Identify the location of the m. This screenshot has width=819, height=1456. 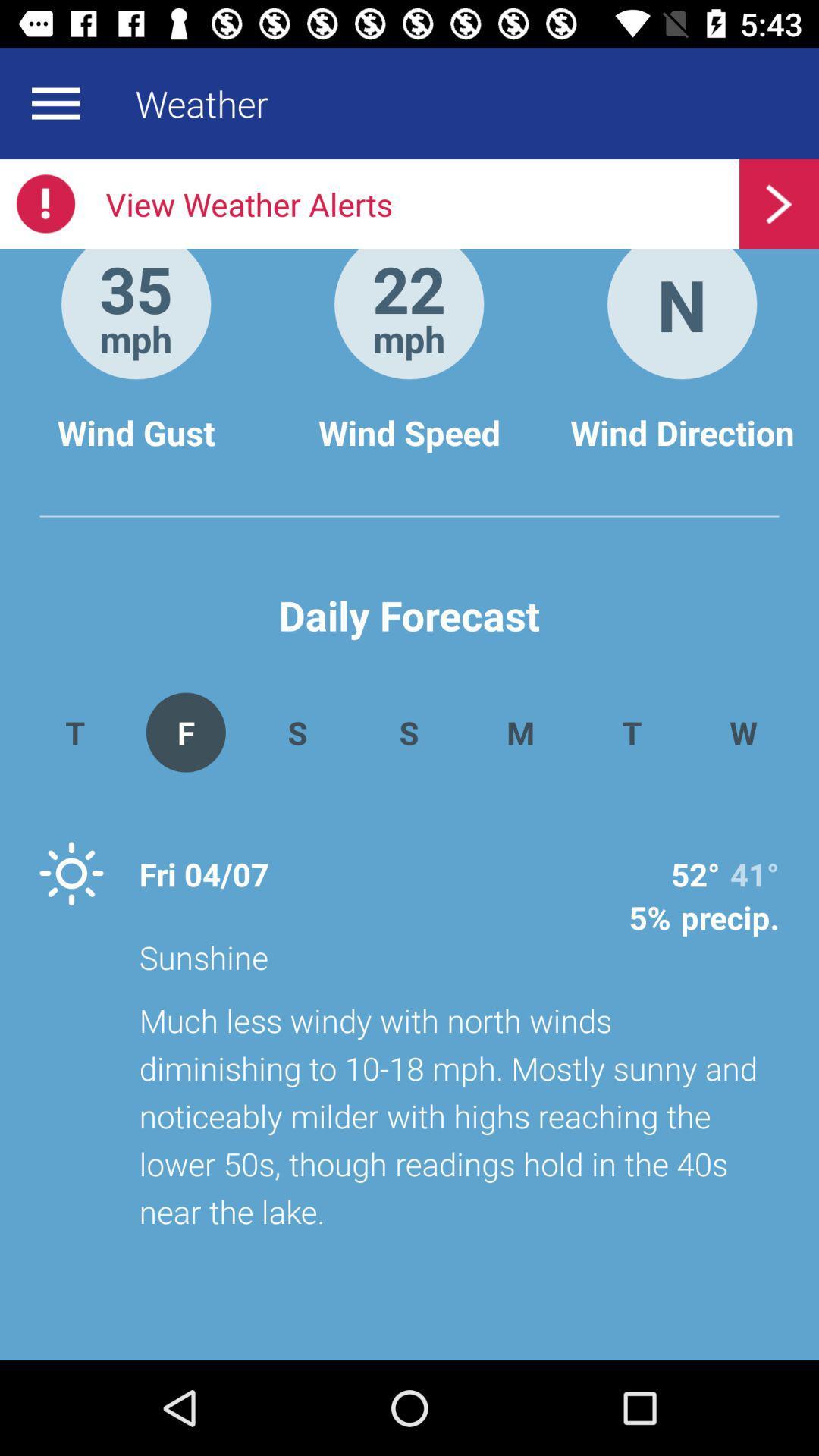
(519, 732).